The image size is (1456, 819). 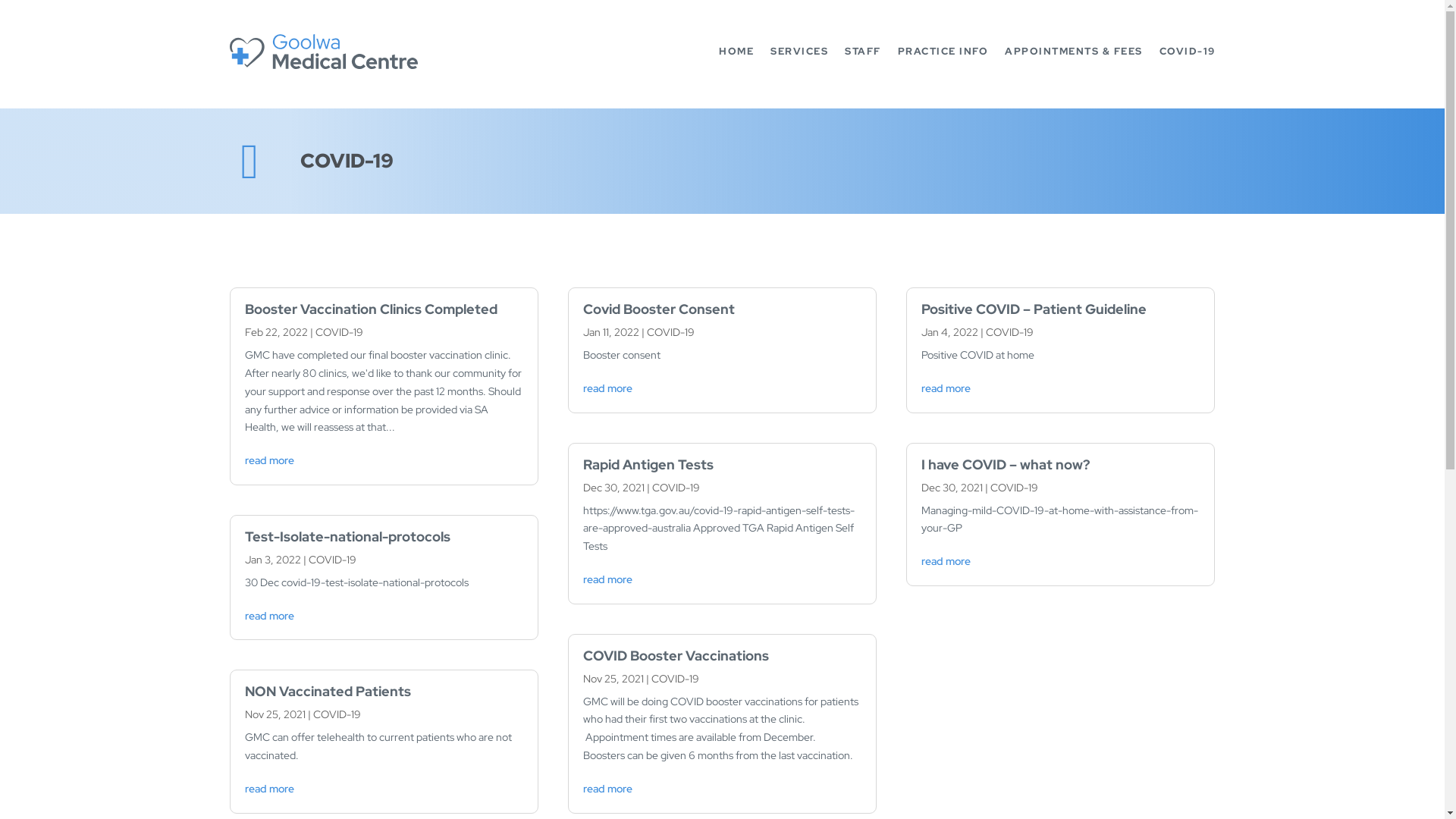 I want to click on 'SERVICES', so click(x=799, y=51).